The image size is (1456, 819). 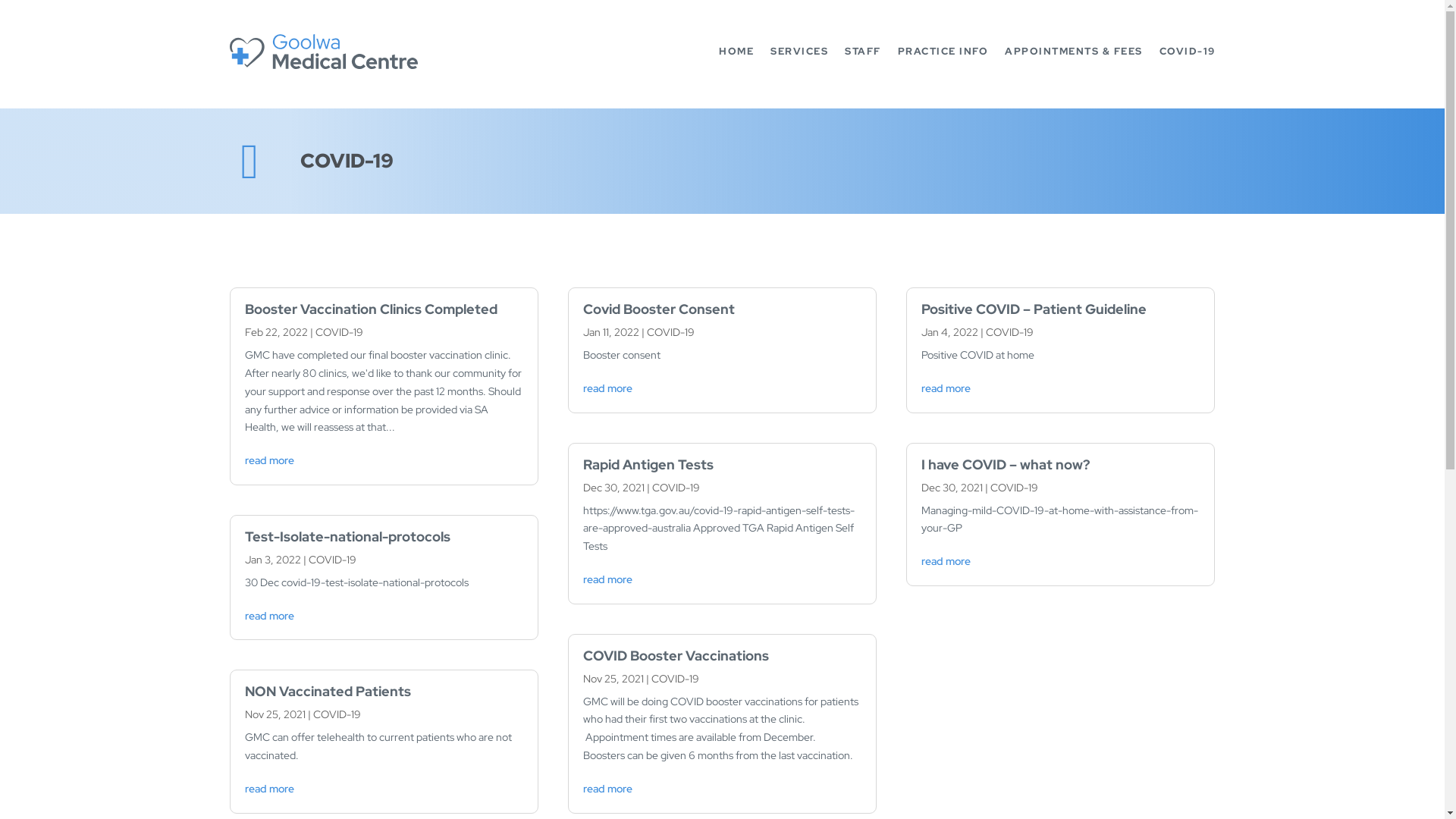 I want to click on 'SERVICES', so click(x=799, y=51).